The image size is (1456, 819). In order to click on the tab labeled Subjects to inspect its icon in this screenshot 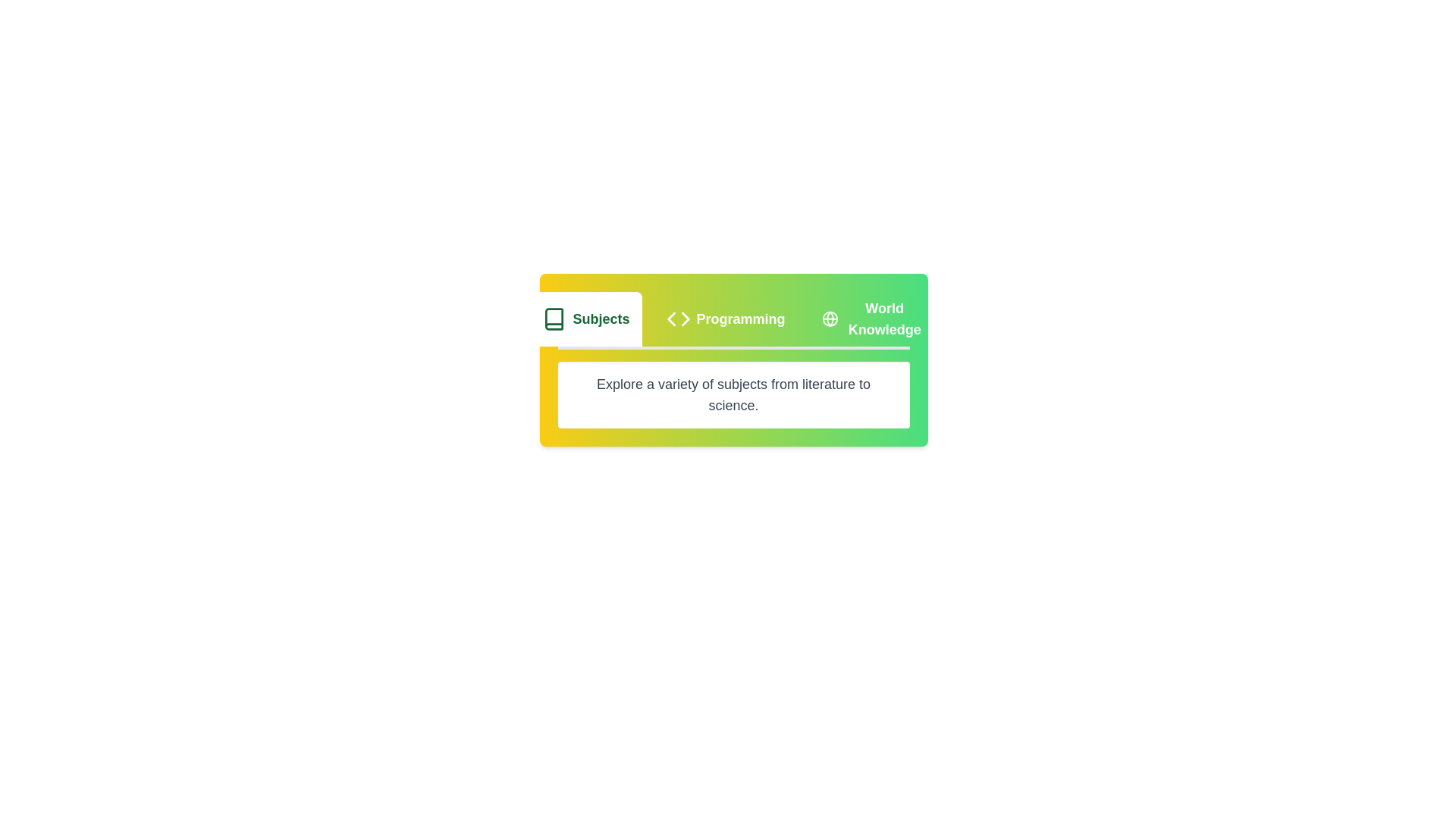, I will do `click(585, 318)`.